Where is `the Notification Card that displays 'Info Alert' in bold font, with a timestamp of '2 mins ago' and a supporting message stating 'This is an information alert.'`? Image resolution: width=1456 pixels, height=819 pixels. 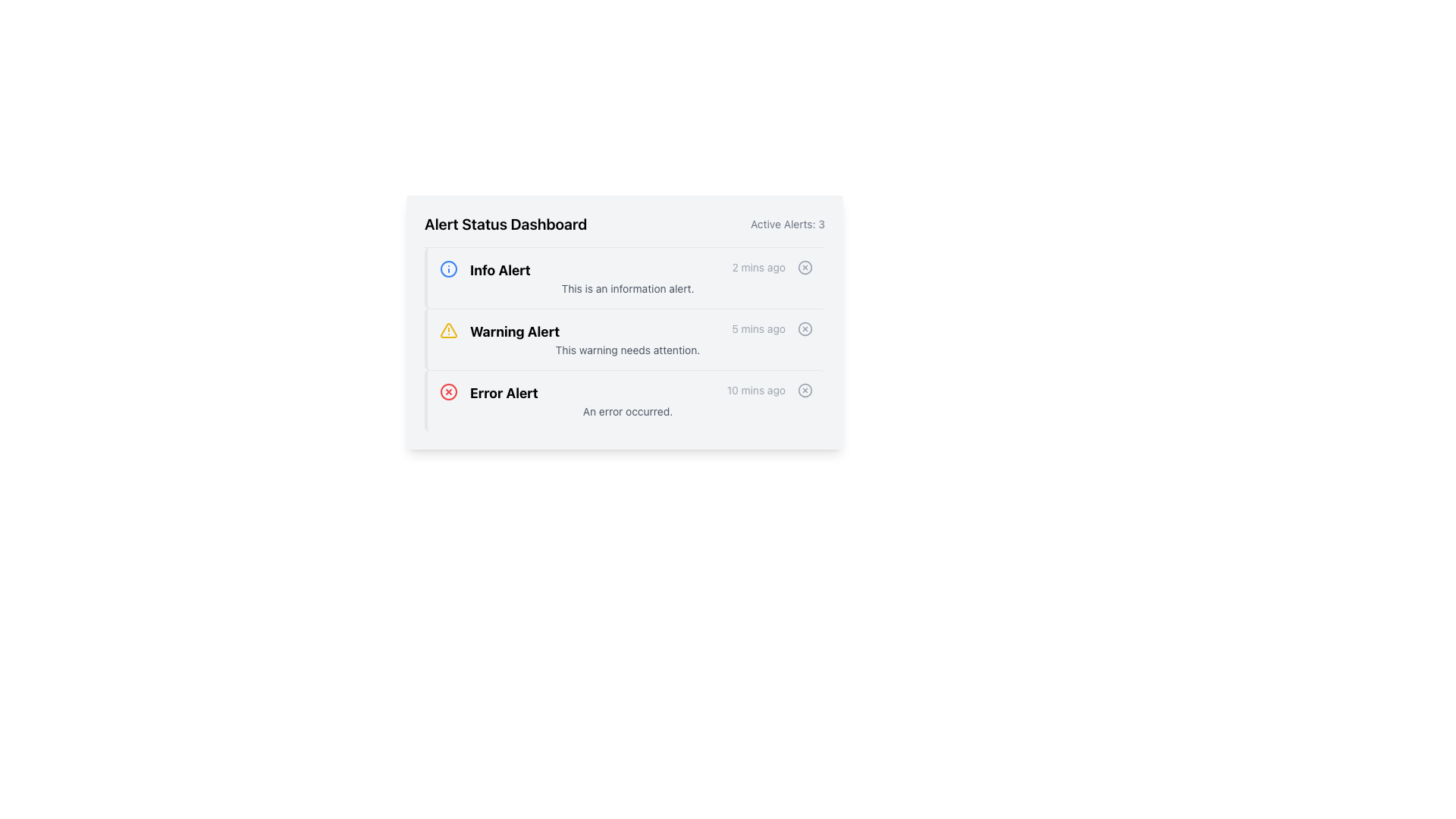
the Notification Card that displays 'Info Alert' in bold font, with a timestamp of '2 mins ago' and a supporting message stating 'This is an information alert.' is located at coordinates (628, 278).